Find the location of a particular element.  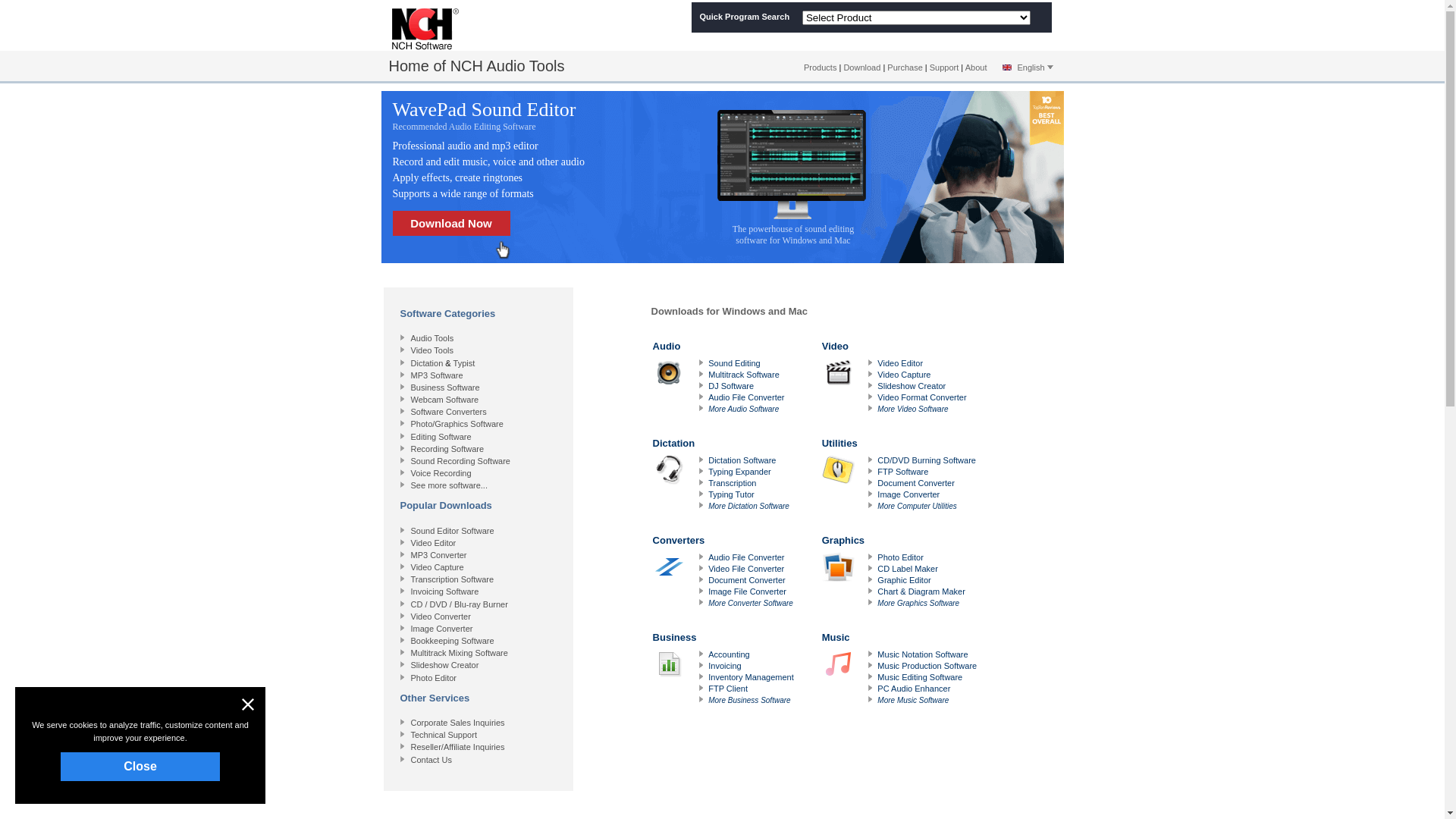

'Video Format Converter' is located at coordinates (921, 397).